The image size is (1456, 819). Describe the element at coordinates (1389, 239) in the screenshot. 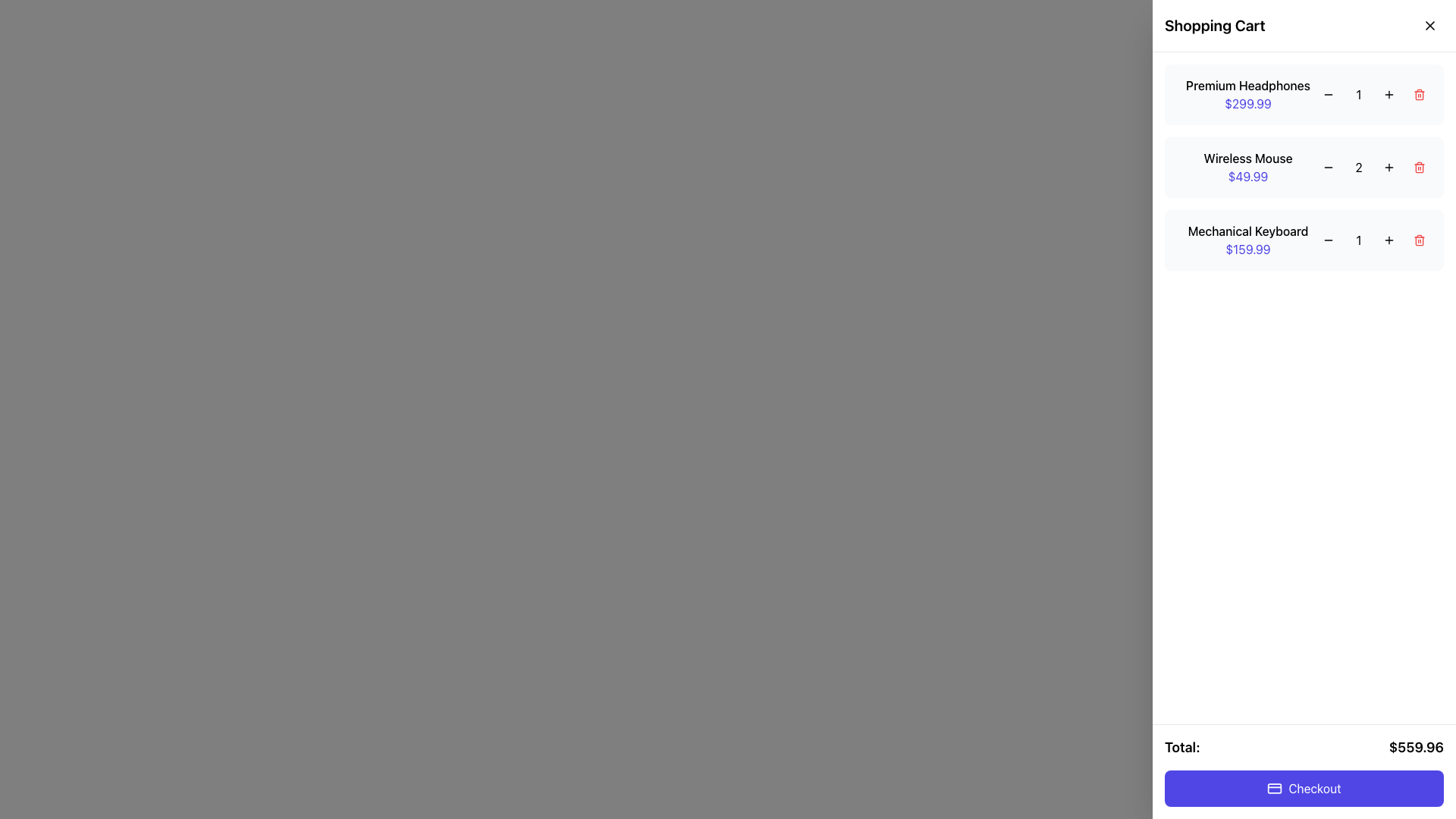

I see `the increment button located to the right of the numeric value '1' for the 'Mechanical Keyboard' in the shopping cart to increase the item's quantity` at that location.